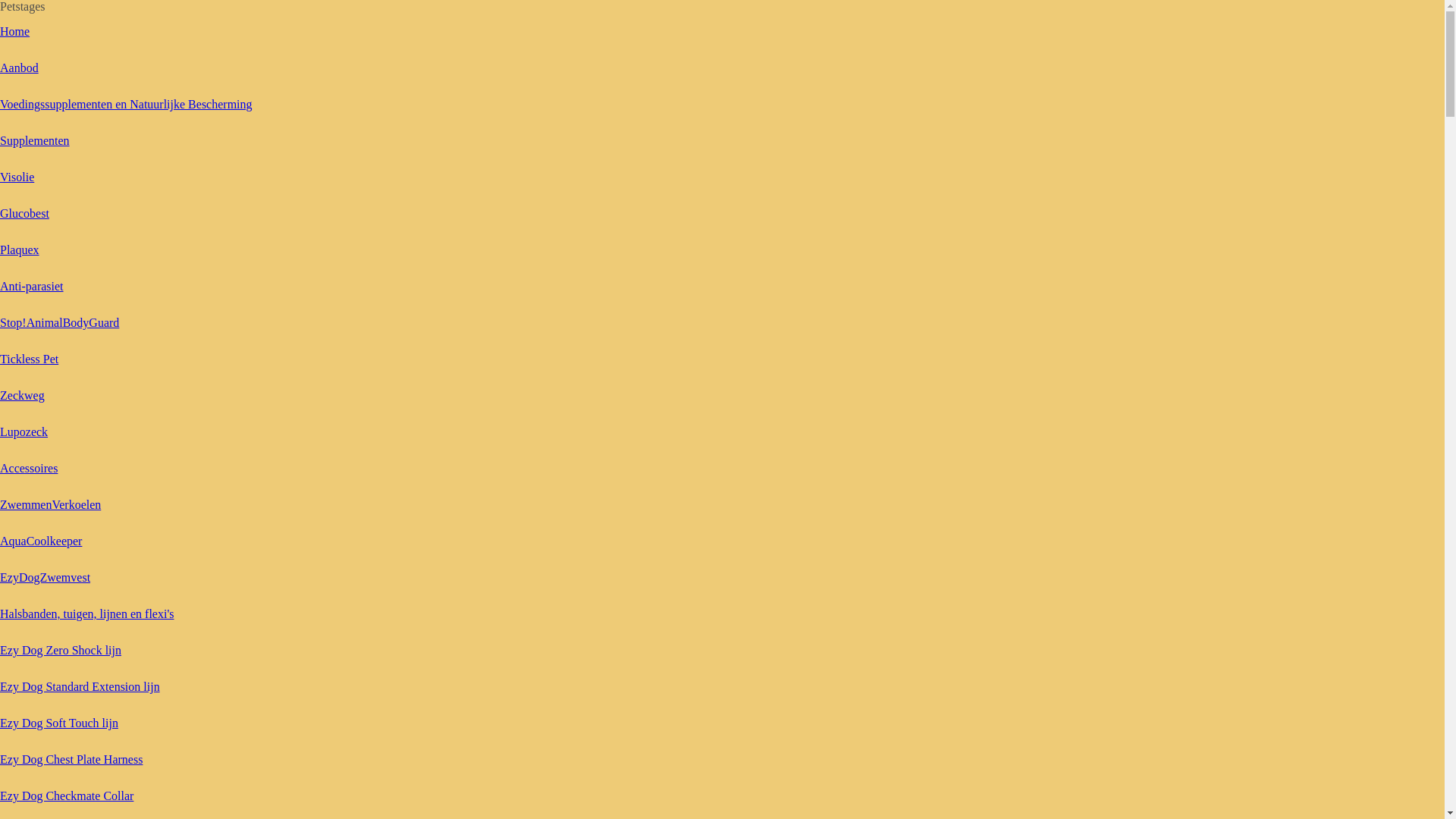 The width and height of the screenshot is (1456, 819). Describe the element at coordinates (86, 613) in the screenshot. I see `'Halsbanden, tuigen, lijnen en flexi's'` at that location.